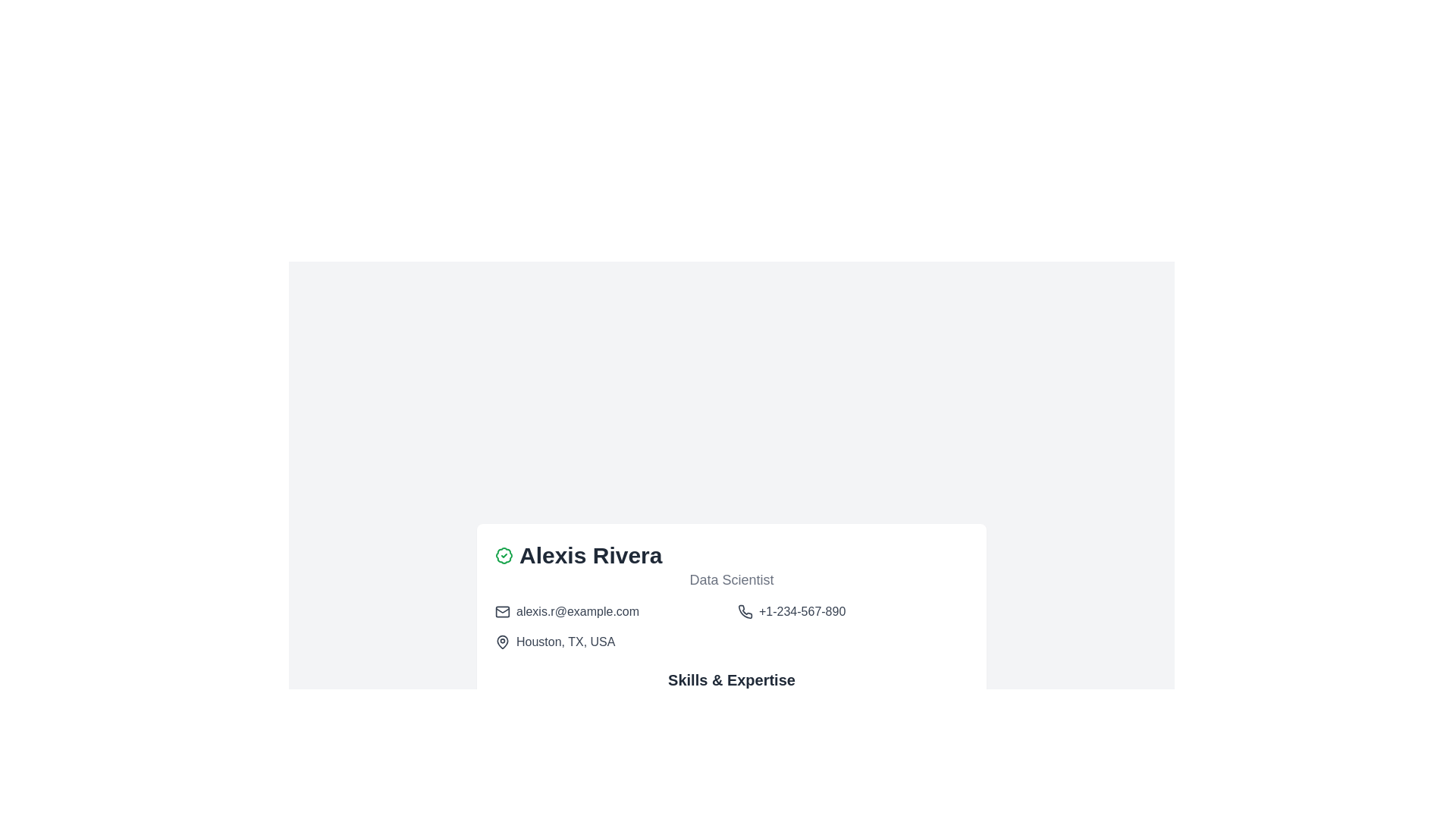 The height and width of the screenshot is (819, 1456). Describe the element at coordinates (610, 642) in the screenshot. I see `the text element displaying location information ('Houston, TX, USA') with an inline icon, which is positioned in the lower part of a card layout, below the email information and adjacent to the phone number` at that location.